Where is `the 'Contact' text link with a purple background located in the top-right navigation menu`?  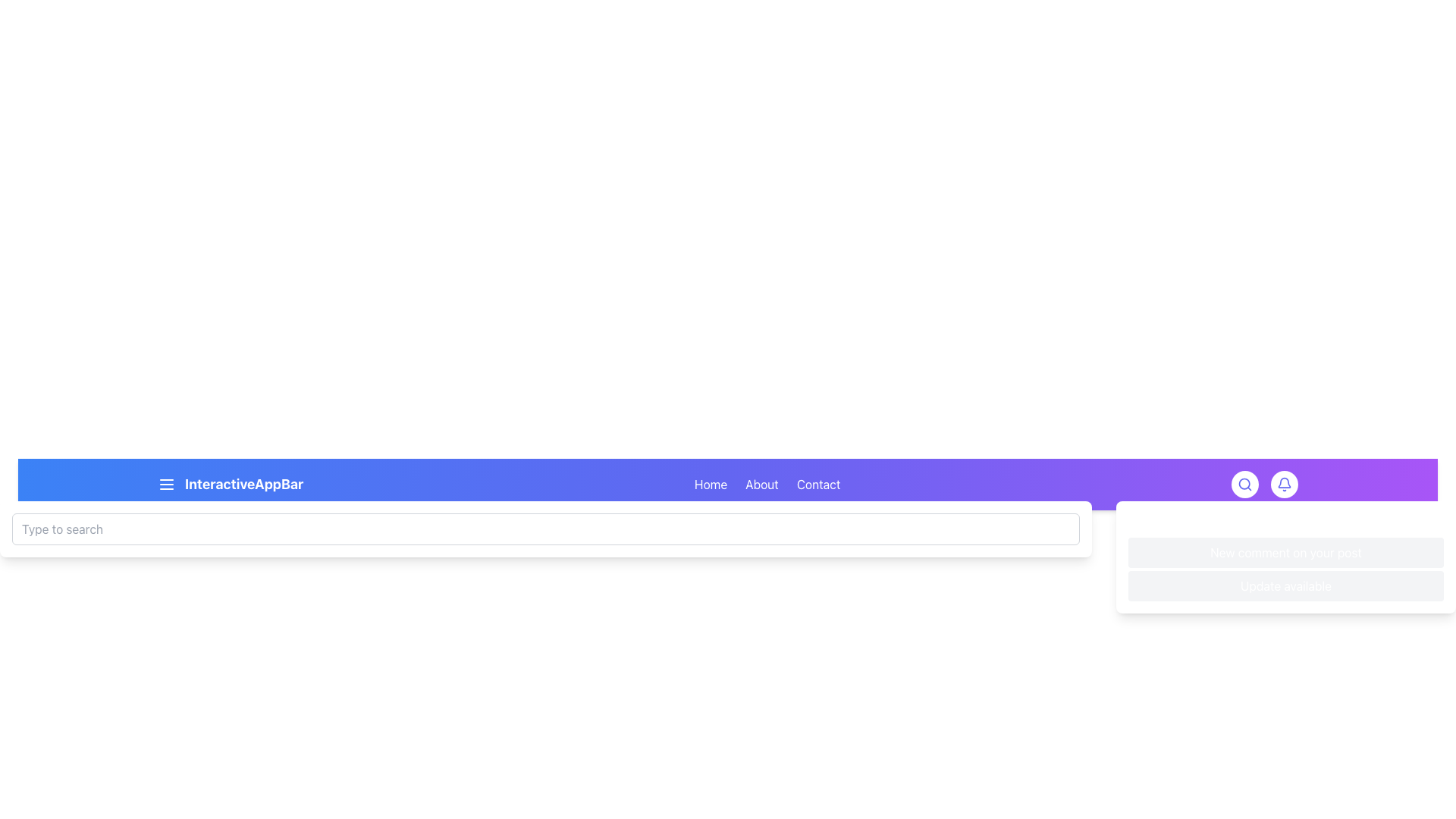 the 'Contact' text link with a purple background located in the top-right navigation menu is located at coordinates (817, 485).